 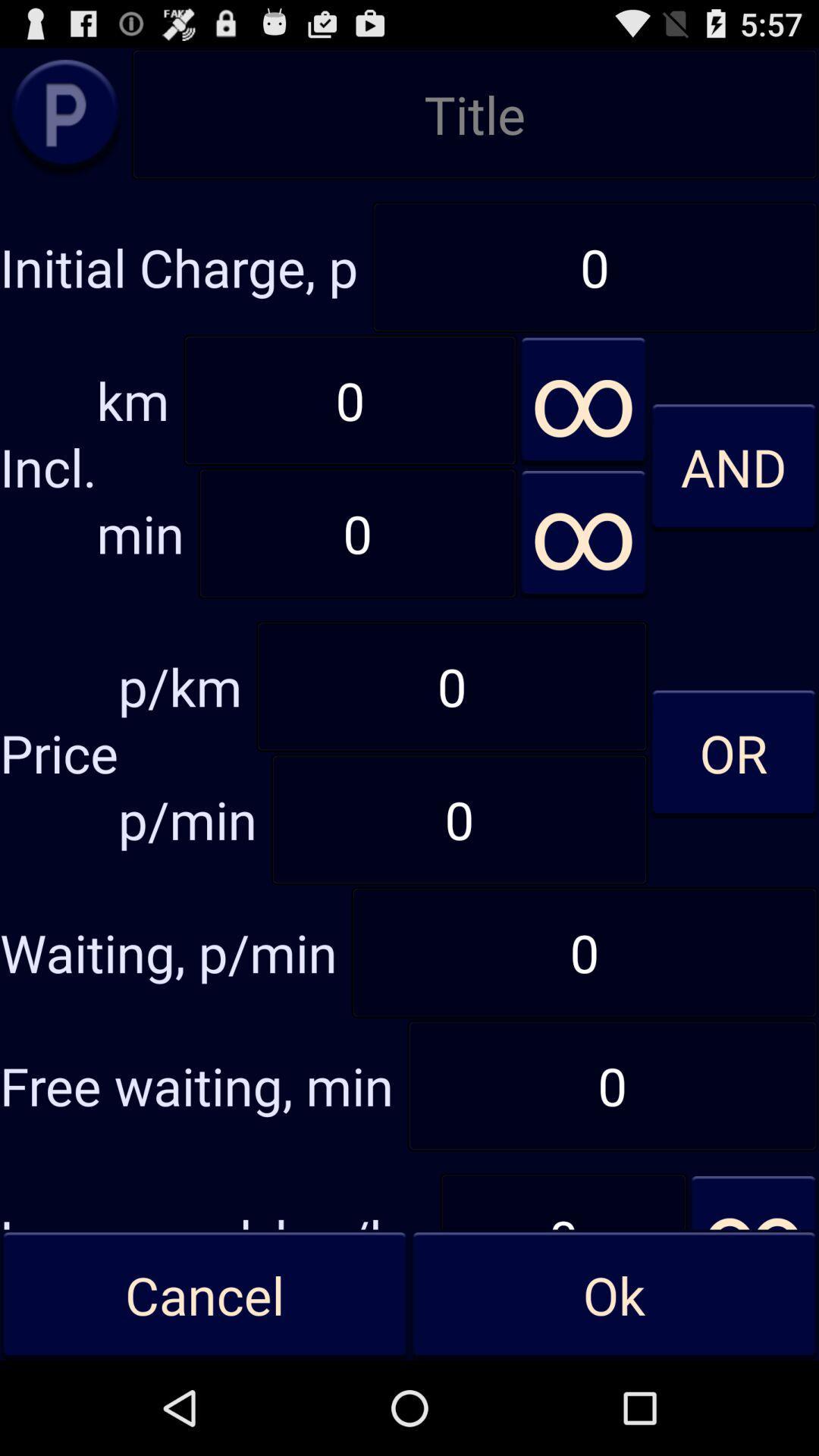 I want to click on the option which says title, so click(x=474, y=113).